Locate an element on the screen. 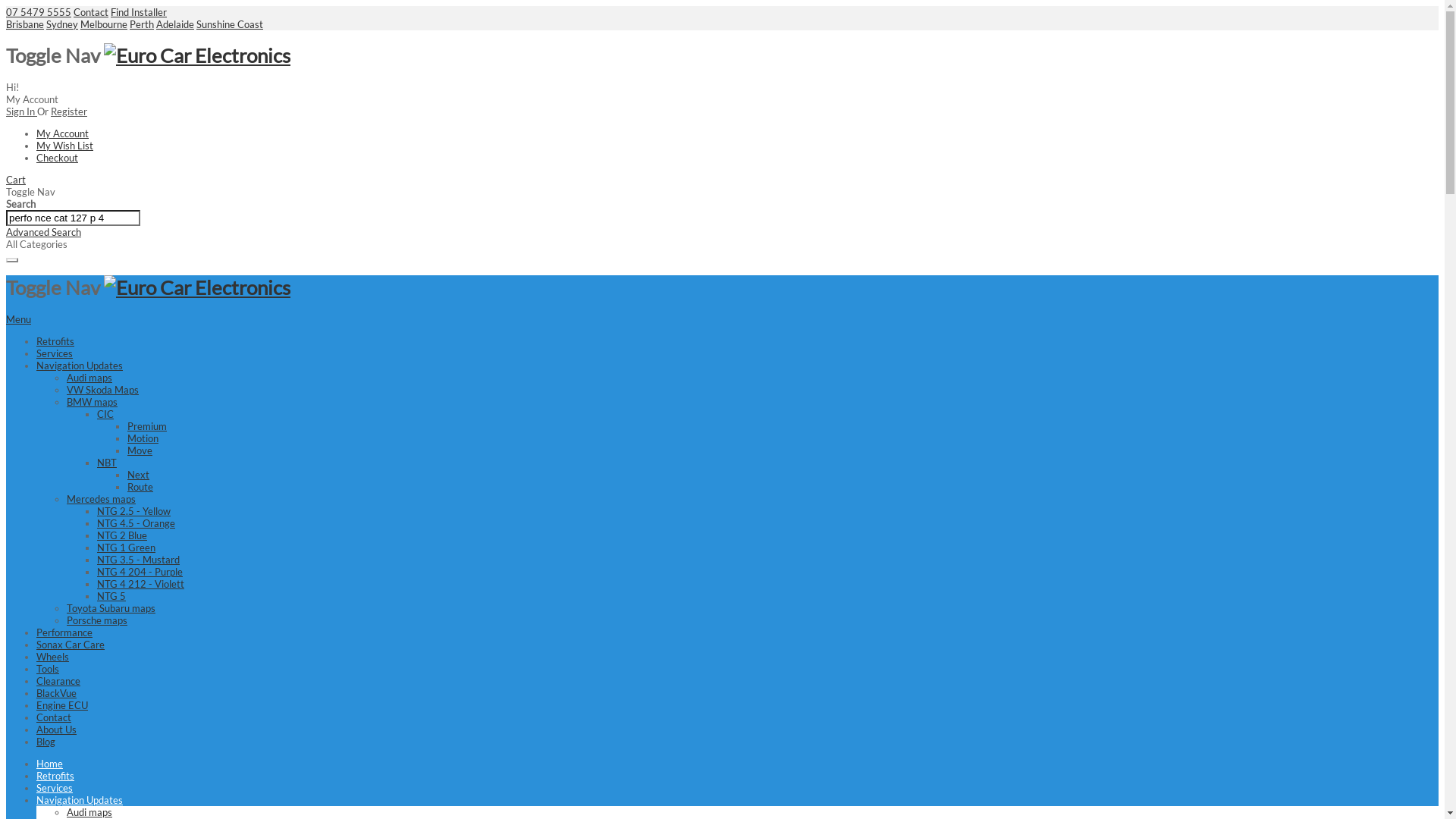 Image resolution: width=1456 pixels, height=819 pixels. 'NTG 2 Blue' is located at coordinates (122, 534).